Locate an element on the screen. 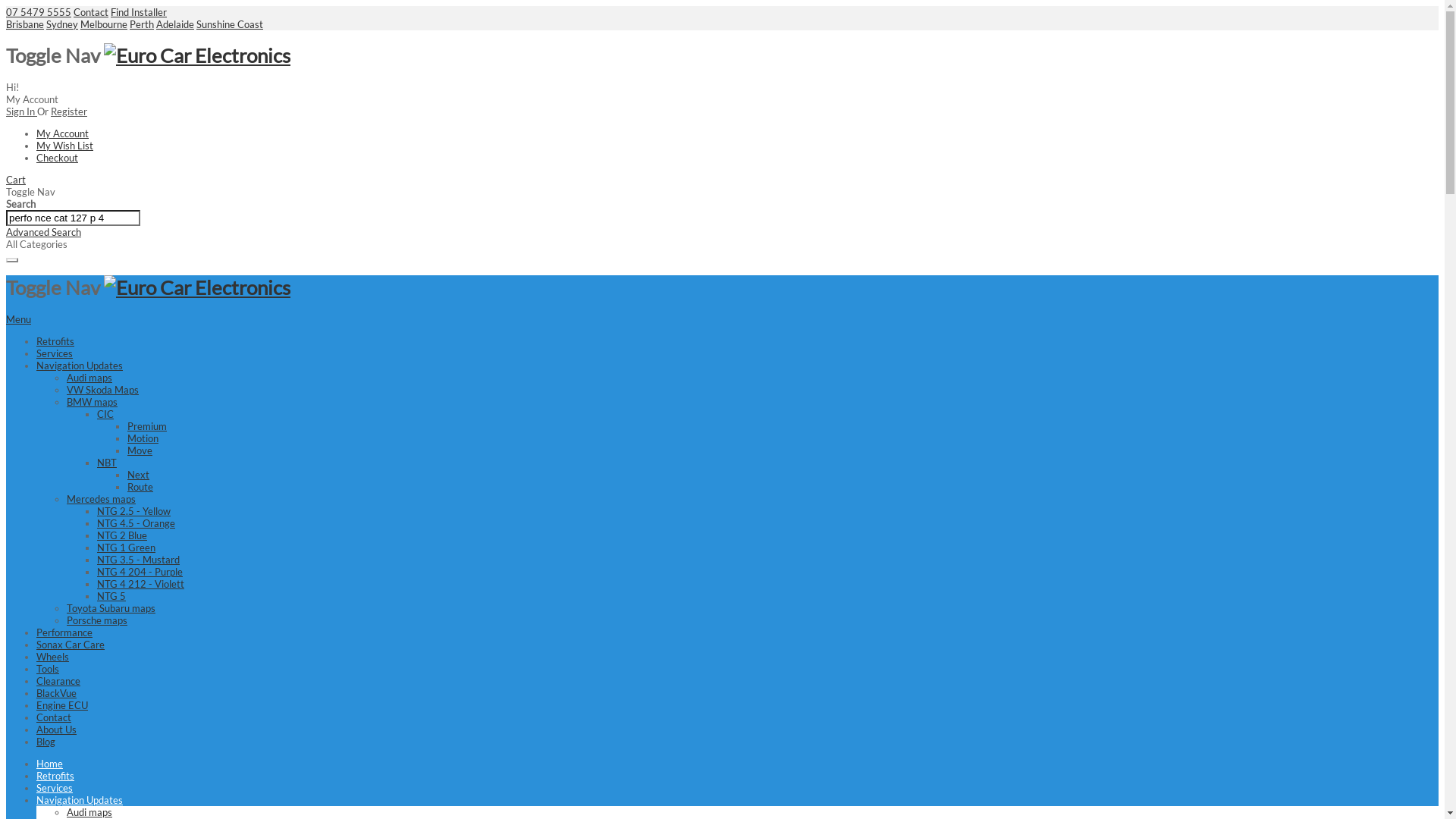 Image resolution: width=1456 pixels, height=819 pixels. 'NTG 2 Blue' is located at coordinates (122, 534).